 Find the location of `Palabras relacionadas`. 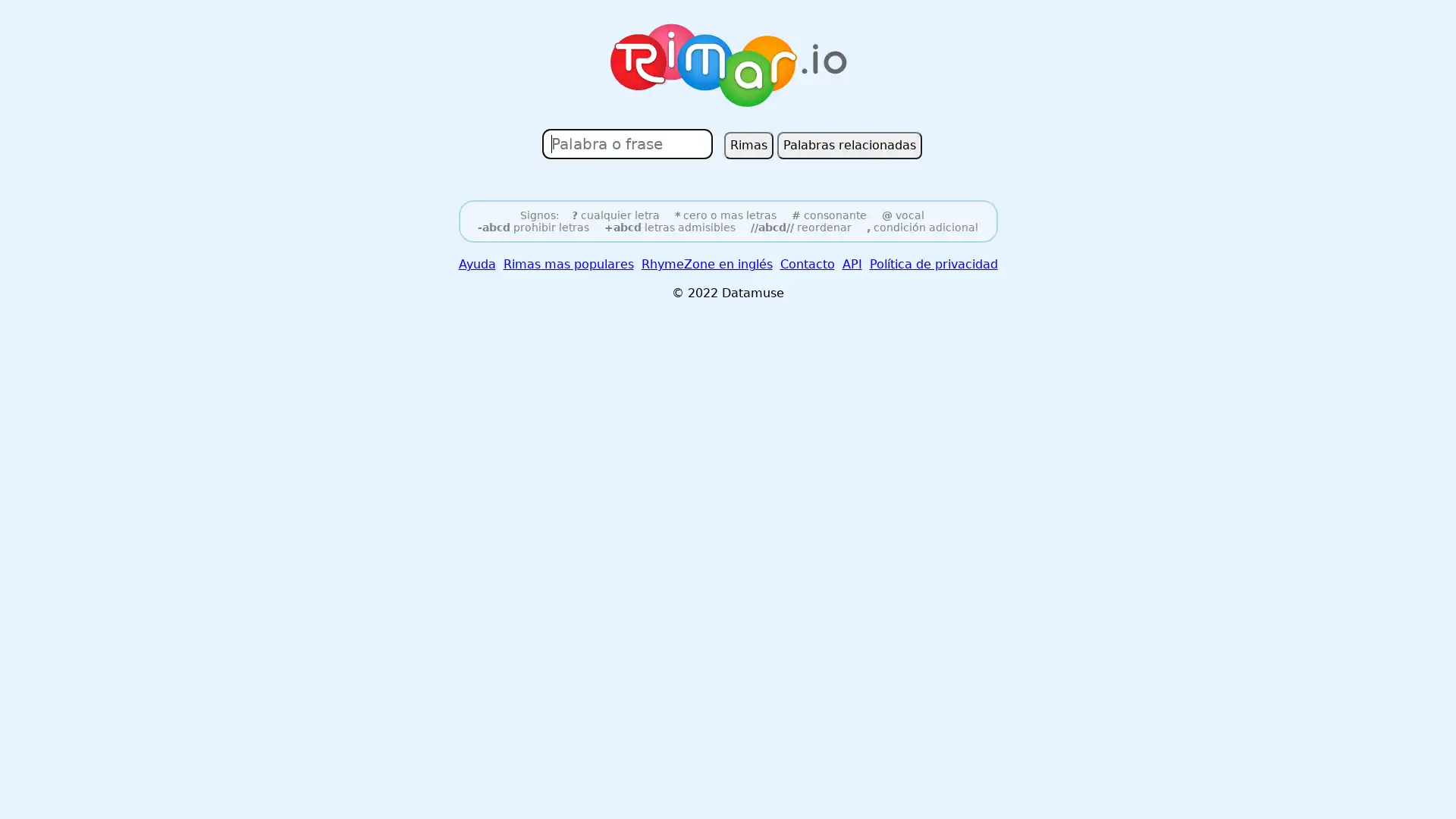

Palabras relacionadas is located at coordinates (848, 145).